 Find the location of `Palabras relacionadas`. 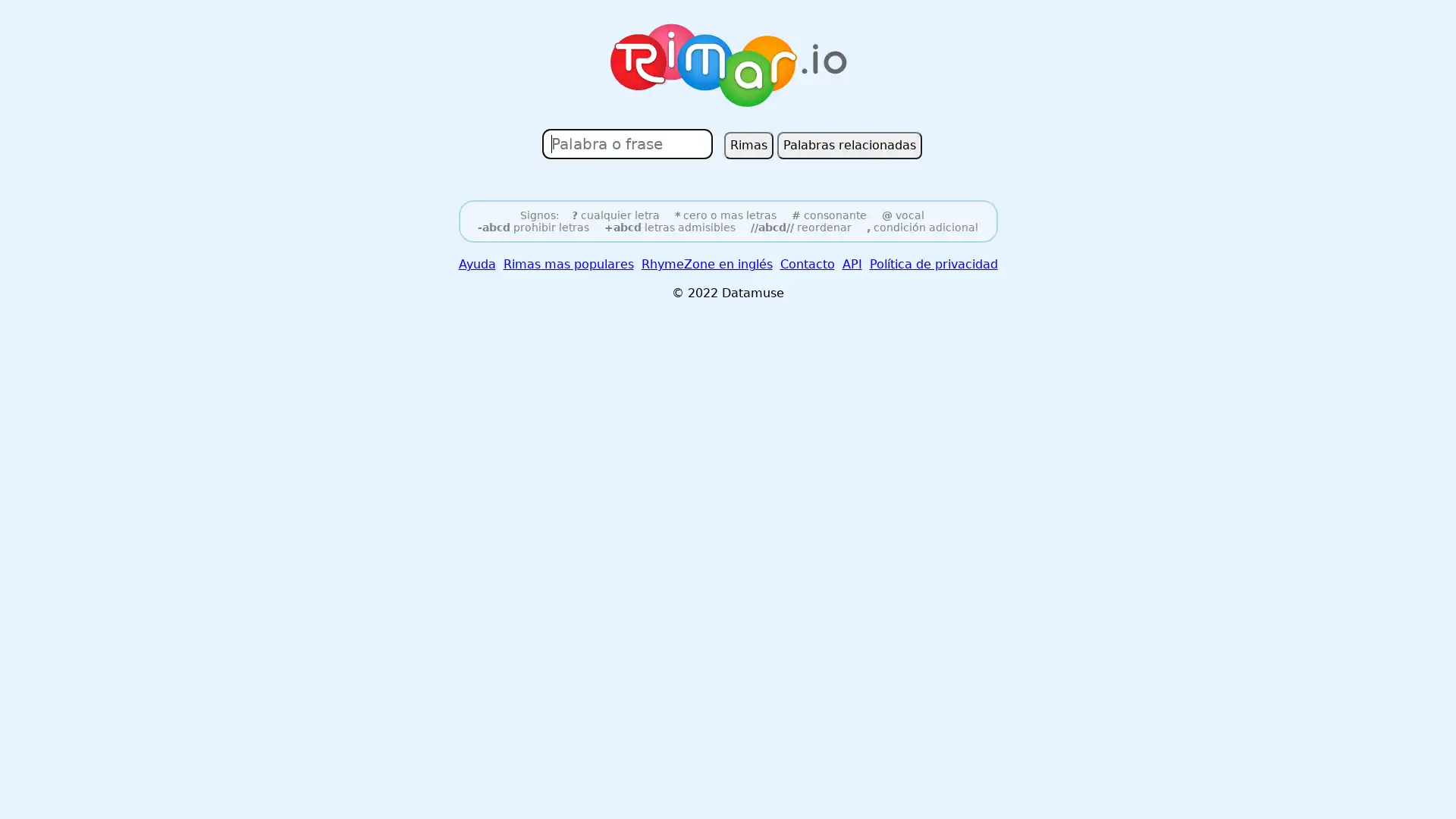

Palabras relacionadas is located at coordinates (848, 145).